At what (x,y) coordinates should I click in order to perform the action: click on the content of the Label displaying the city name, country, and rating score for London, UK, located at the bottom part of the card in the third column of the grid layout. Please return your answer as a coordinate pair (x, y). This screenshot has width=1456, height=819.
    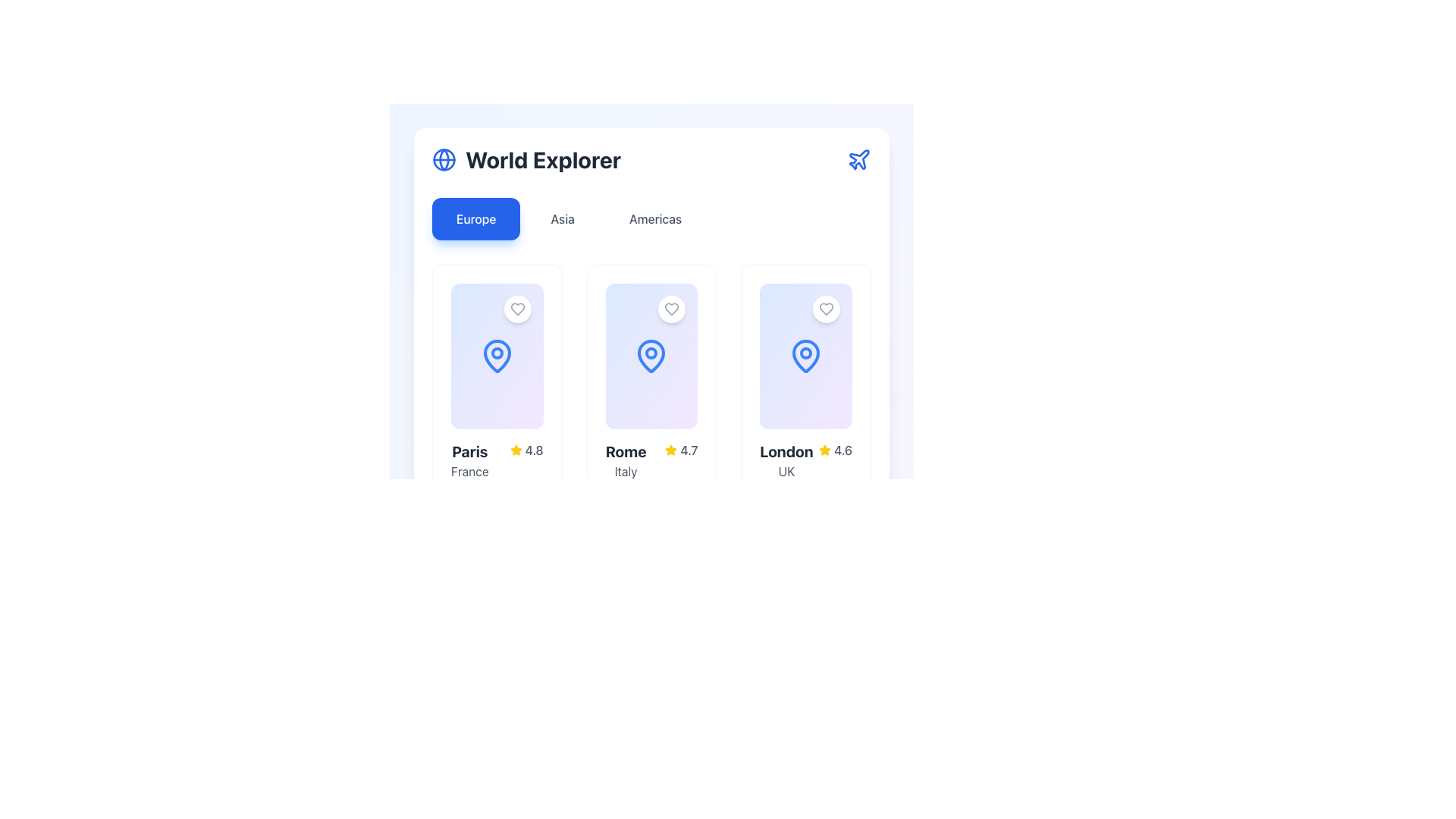
    Looking at the image, I should click on (805, 460).